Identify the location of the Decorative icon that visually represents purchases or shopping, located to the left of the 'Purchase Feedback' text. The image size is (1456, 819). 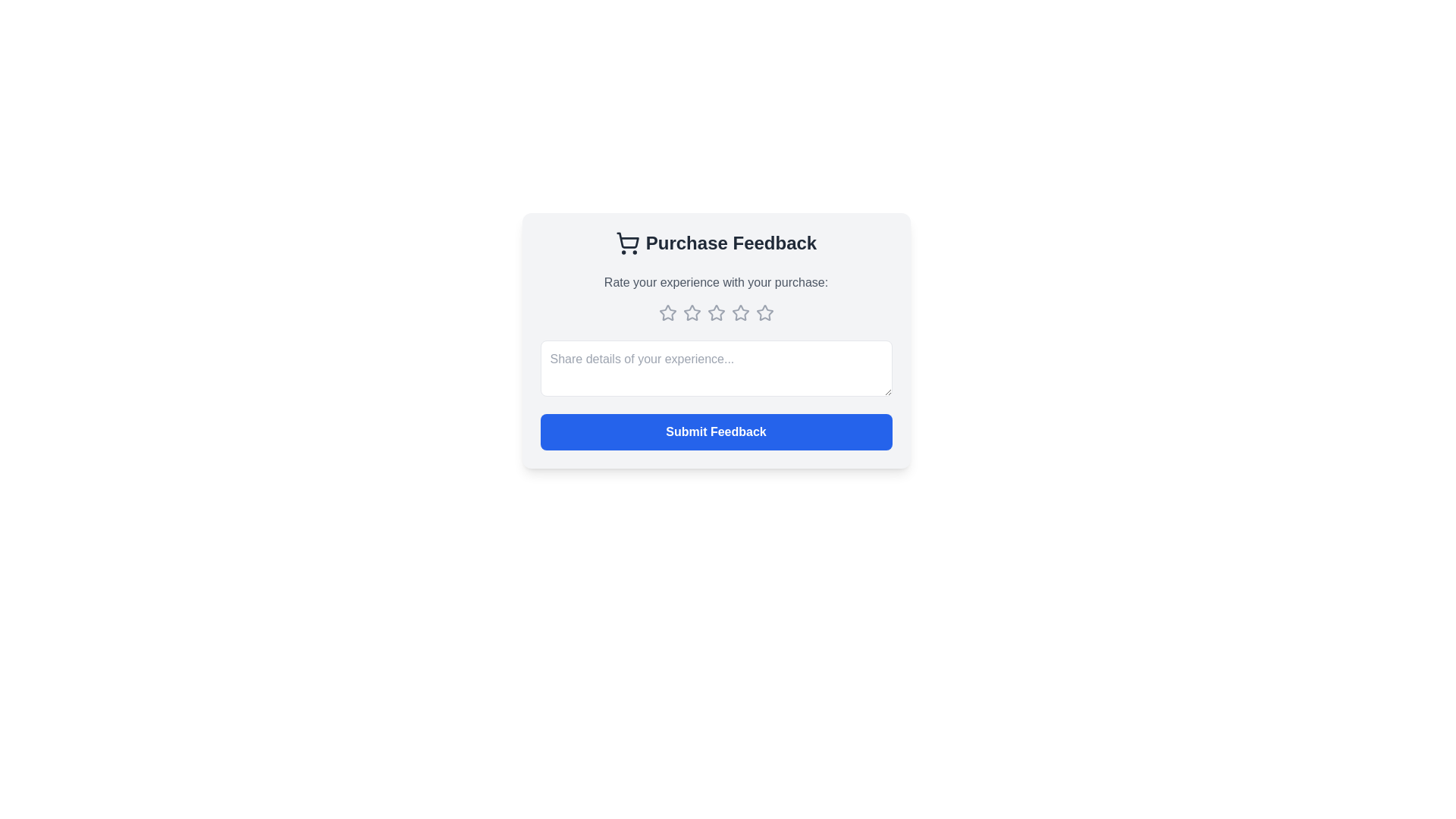
(627, 242).